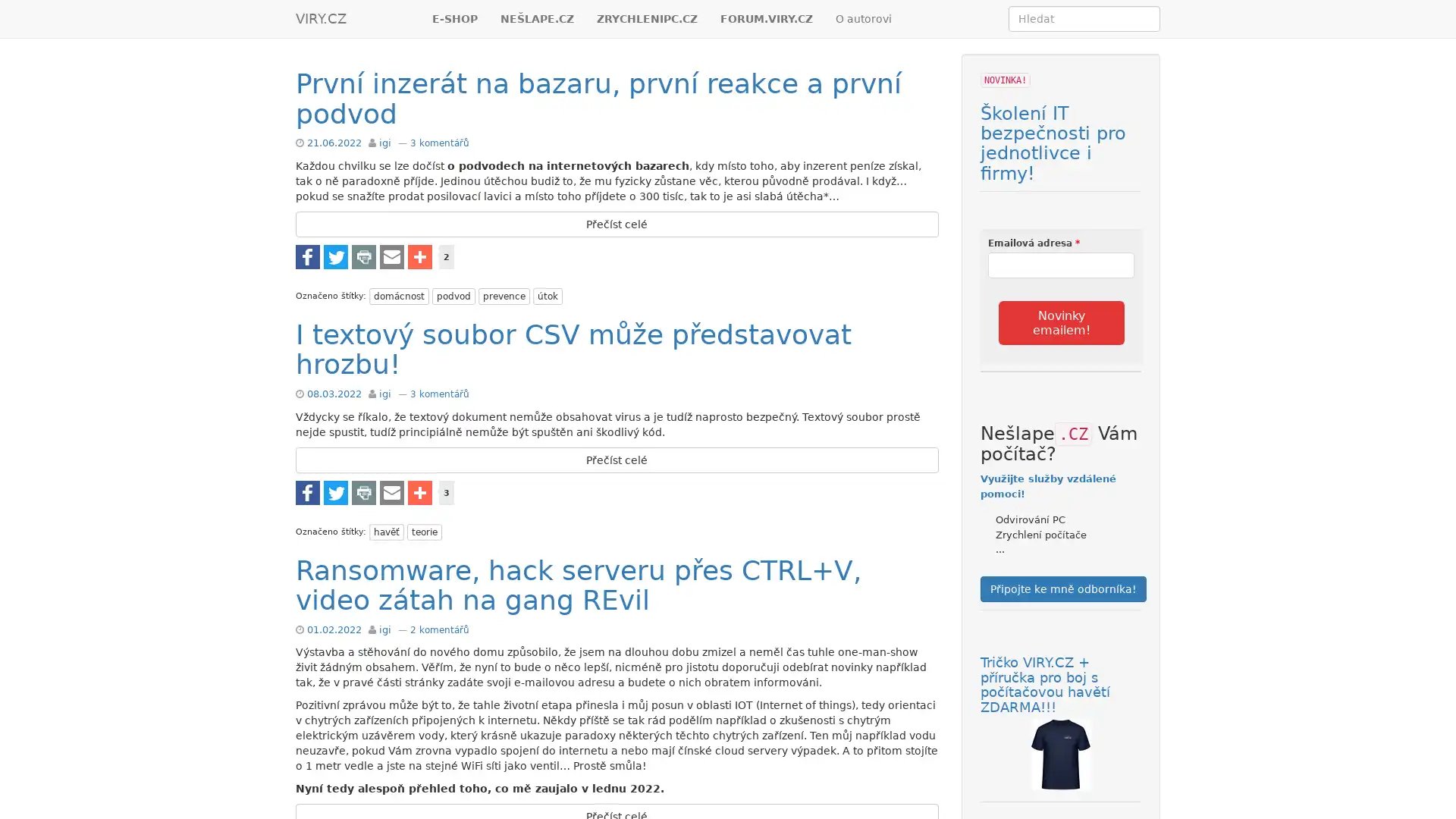  Describe the element at coordinates (419, 491) in the screenshot. I see `Share to Vice...` at that location.